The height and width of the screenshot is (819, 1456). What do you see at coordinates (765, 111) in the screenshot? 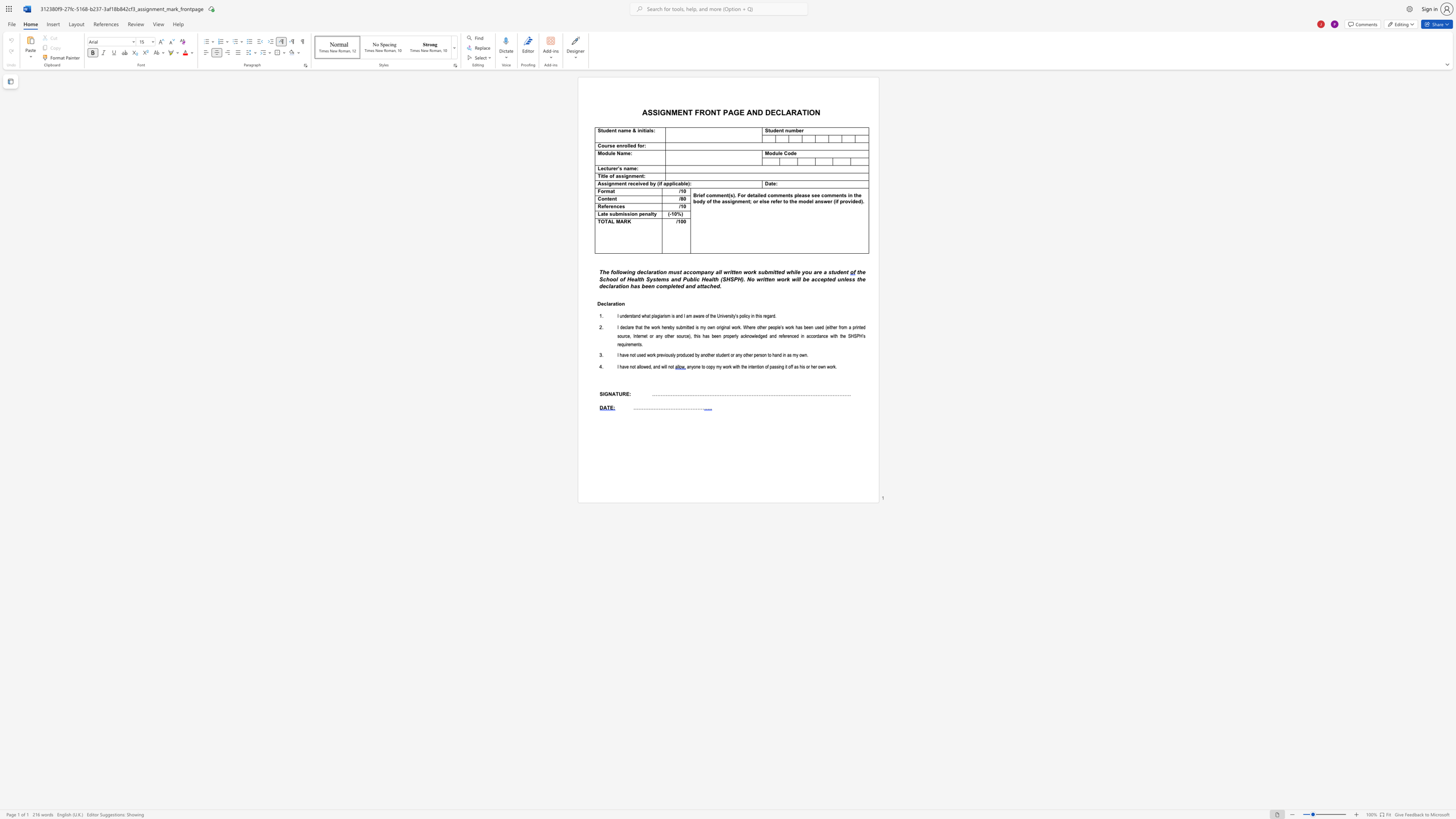
I see `the subset text "DECLARATION" within the text "AND DECLARATION"` at bounding box center [765, 111].